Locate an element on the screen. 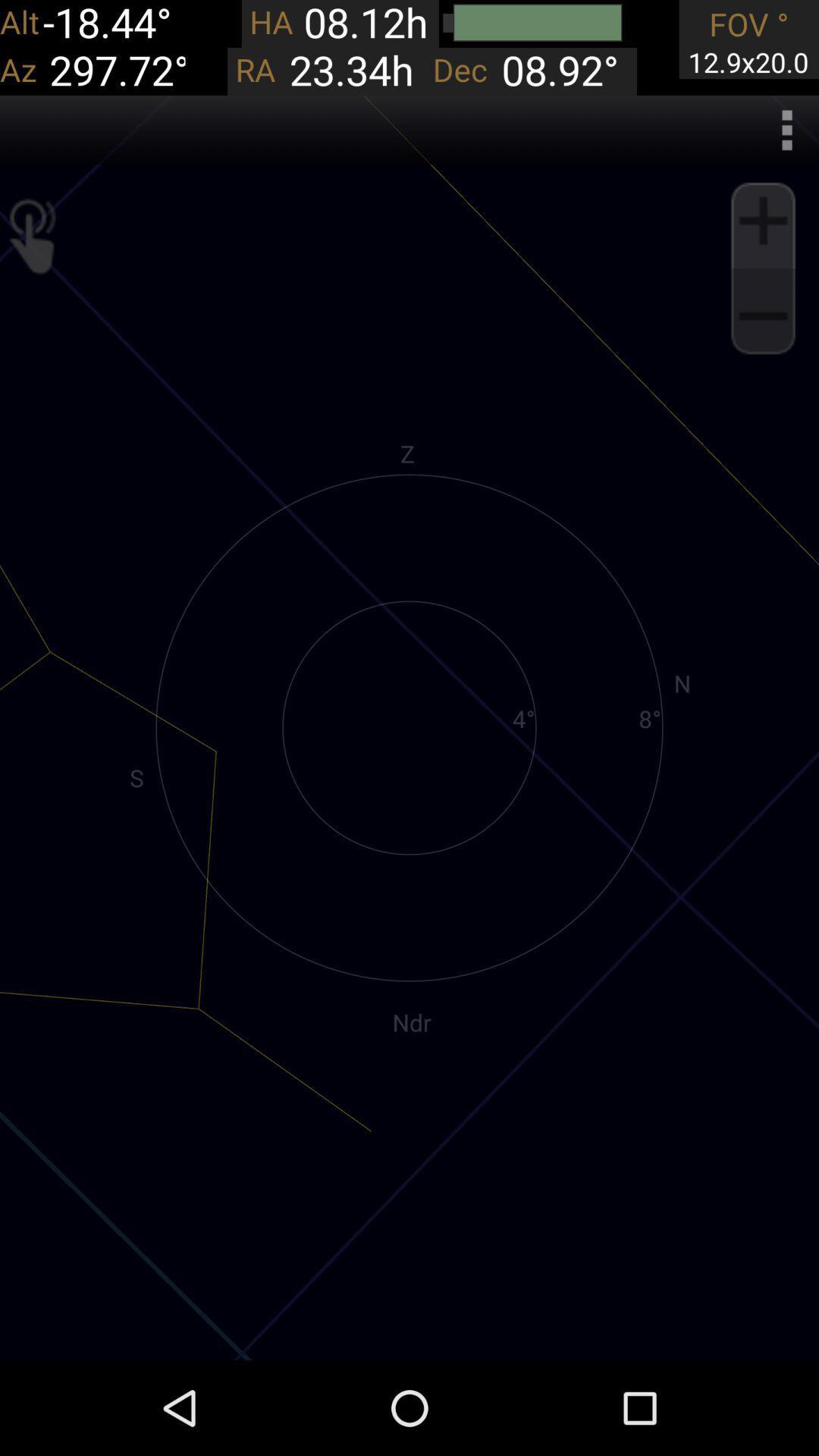 The height and width of the screenshot is (1456, 819). more options is located at coordinates (786, 130).